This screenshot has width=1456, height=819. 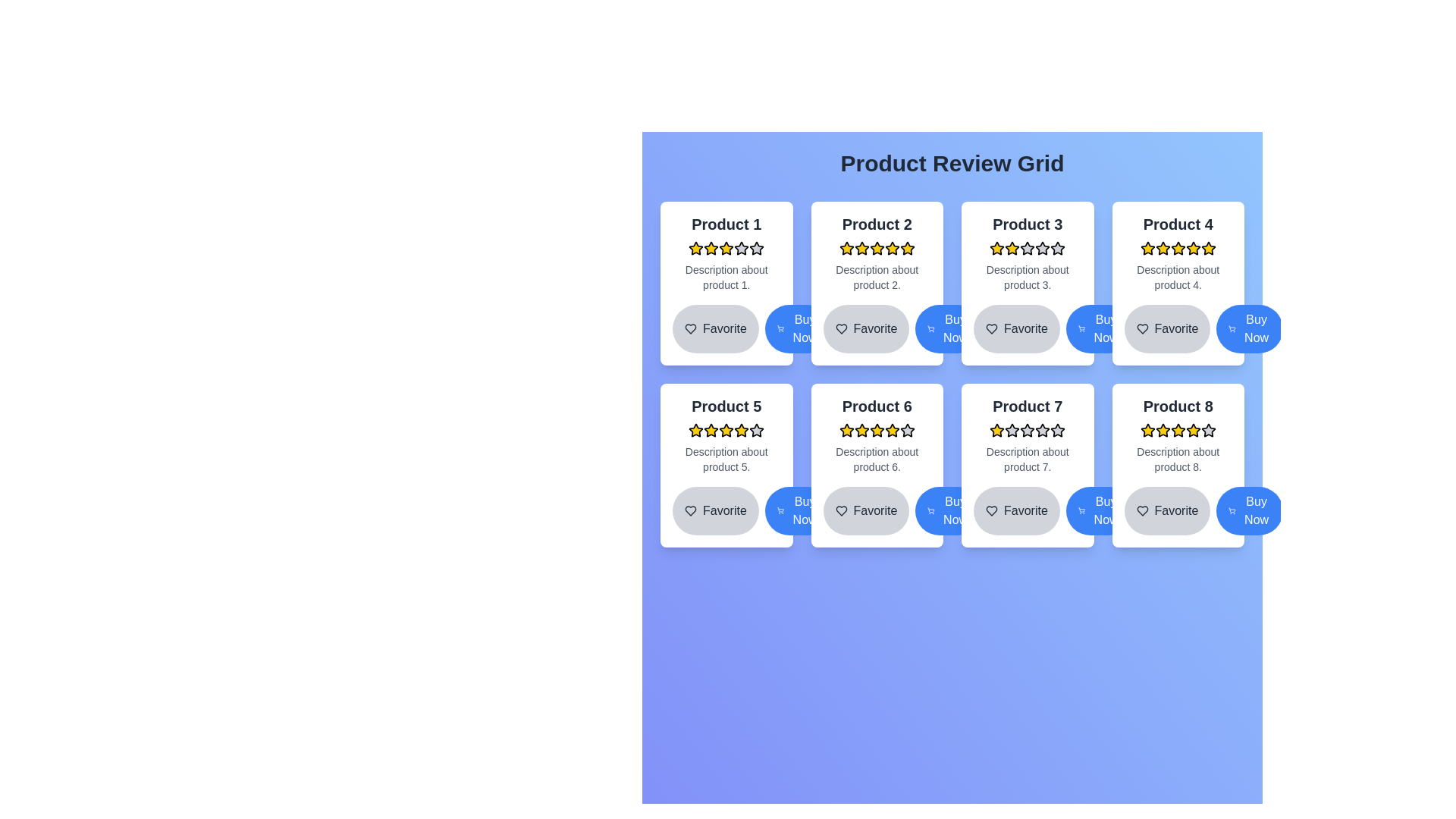 What do you see at coordinates (861, 430) in the screenshot?
I see `the filled yellow star in the second row, sixth position of the five-star rating system` at bounding box center [861, 430].